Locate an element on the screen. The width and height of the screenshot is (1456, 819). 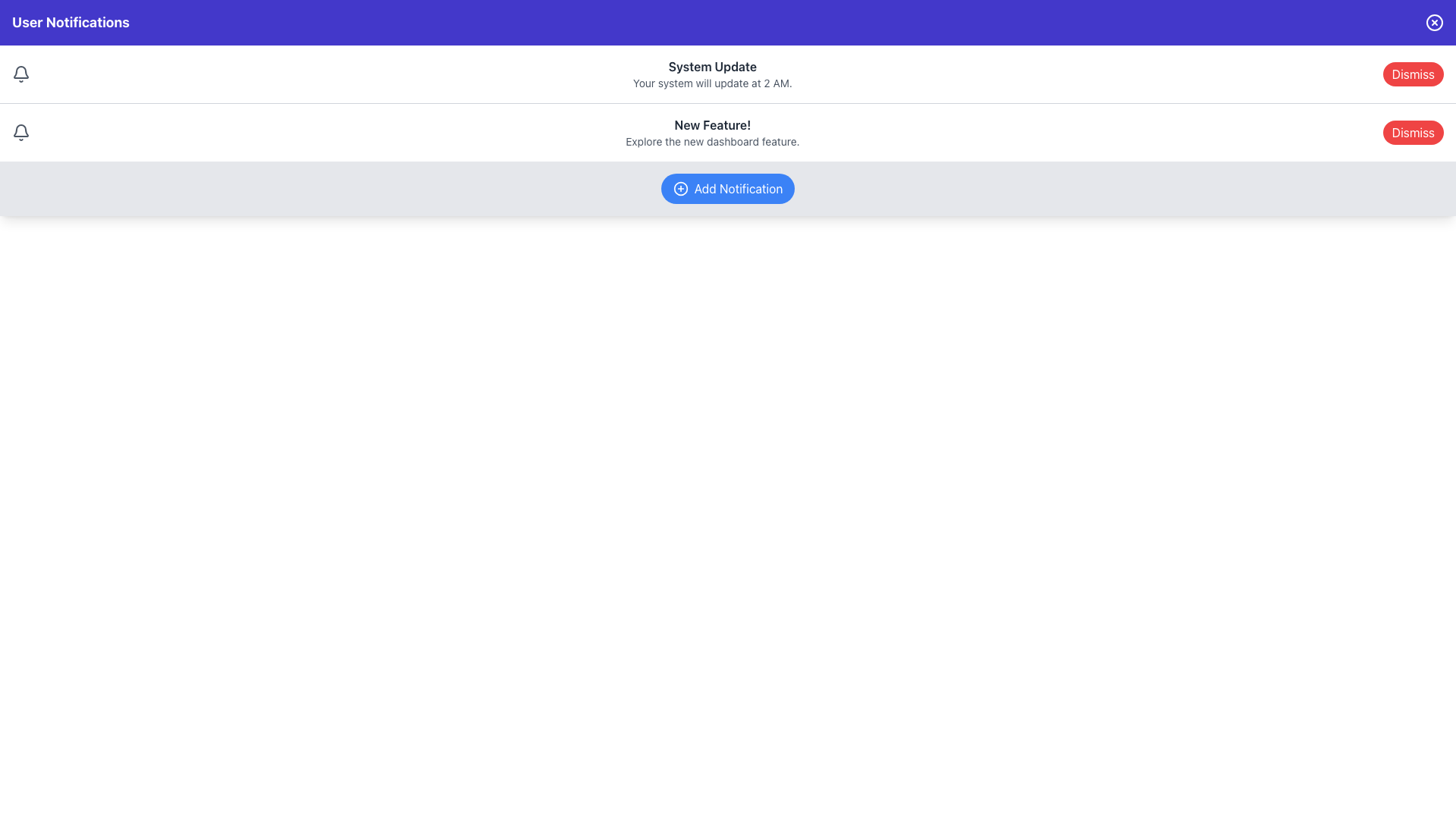
the blue button with rounded edges labeled 'Add Notification' is located at coordinates (728, 188).